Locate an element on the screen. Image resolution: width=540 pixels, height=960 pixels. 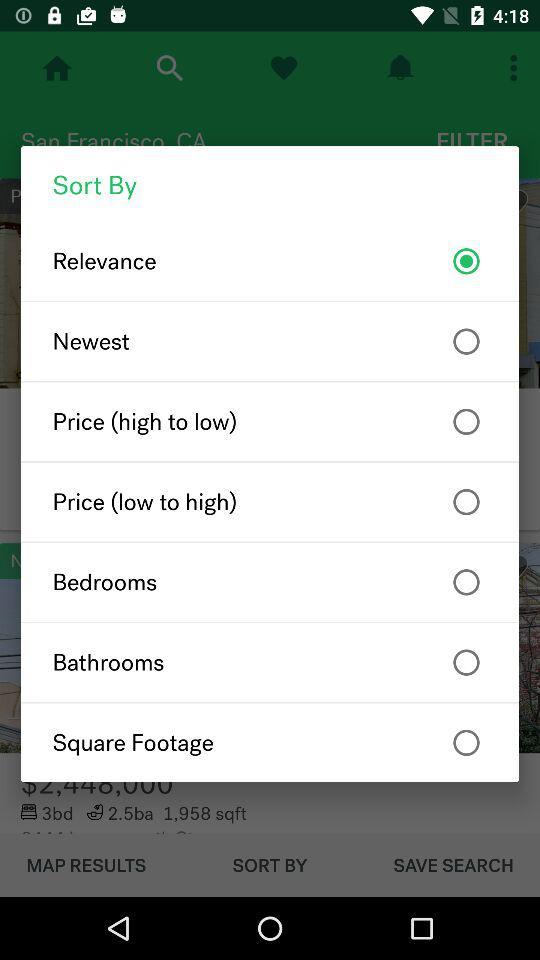
icon above newest item is located at coordinates (270, 260).